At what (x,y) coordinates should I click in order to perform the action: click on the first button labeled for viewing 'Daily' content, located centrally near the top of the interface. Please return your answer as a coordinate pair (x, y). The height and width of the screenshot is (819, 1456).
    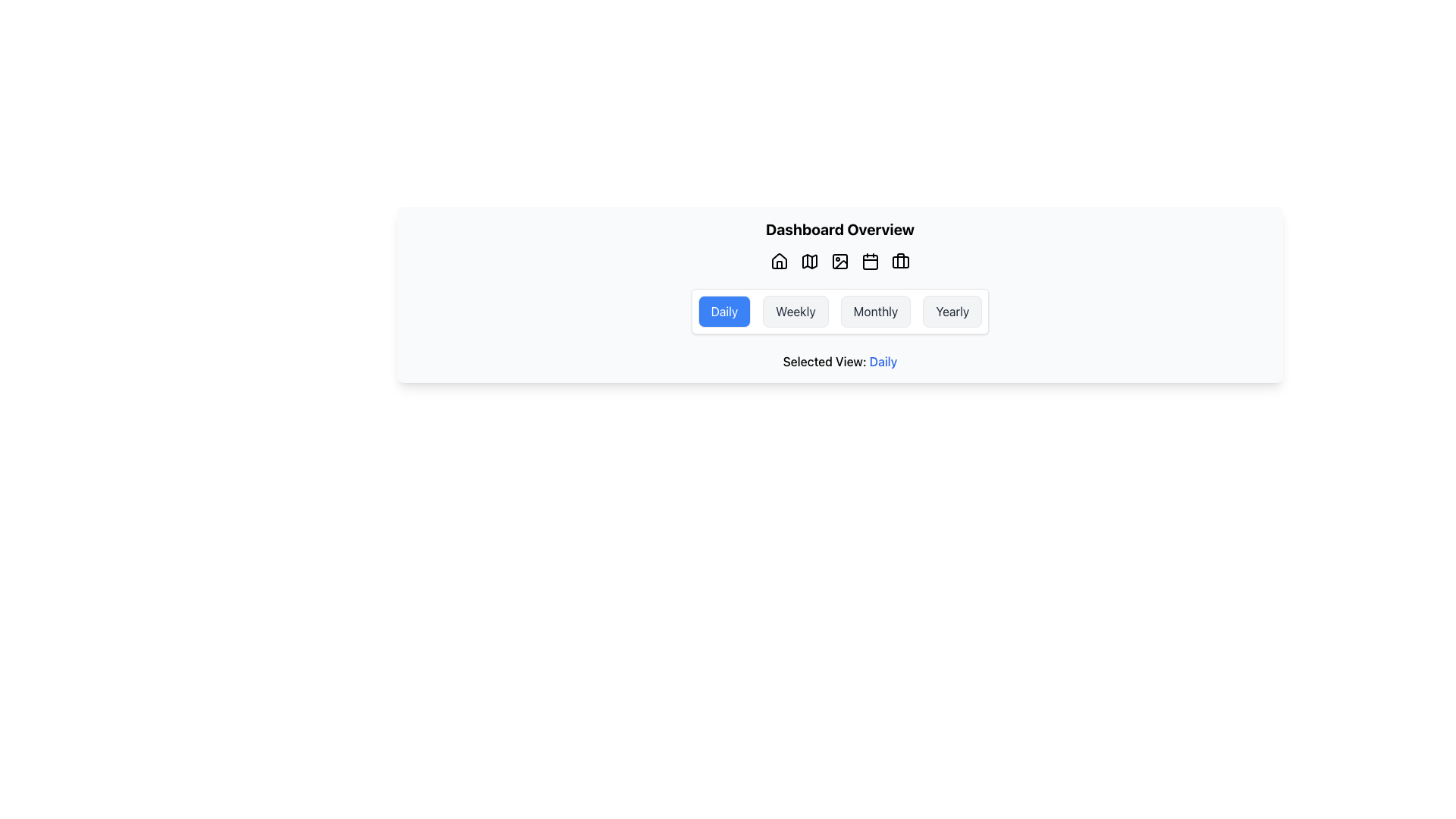
    Looking at the image, I should click on (723, 311).